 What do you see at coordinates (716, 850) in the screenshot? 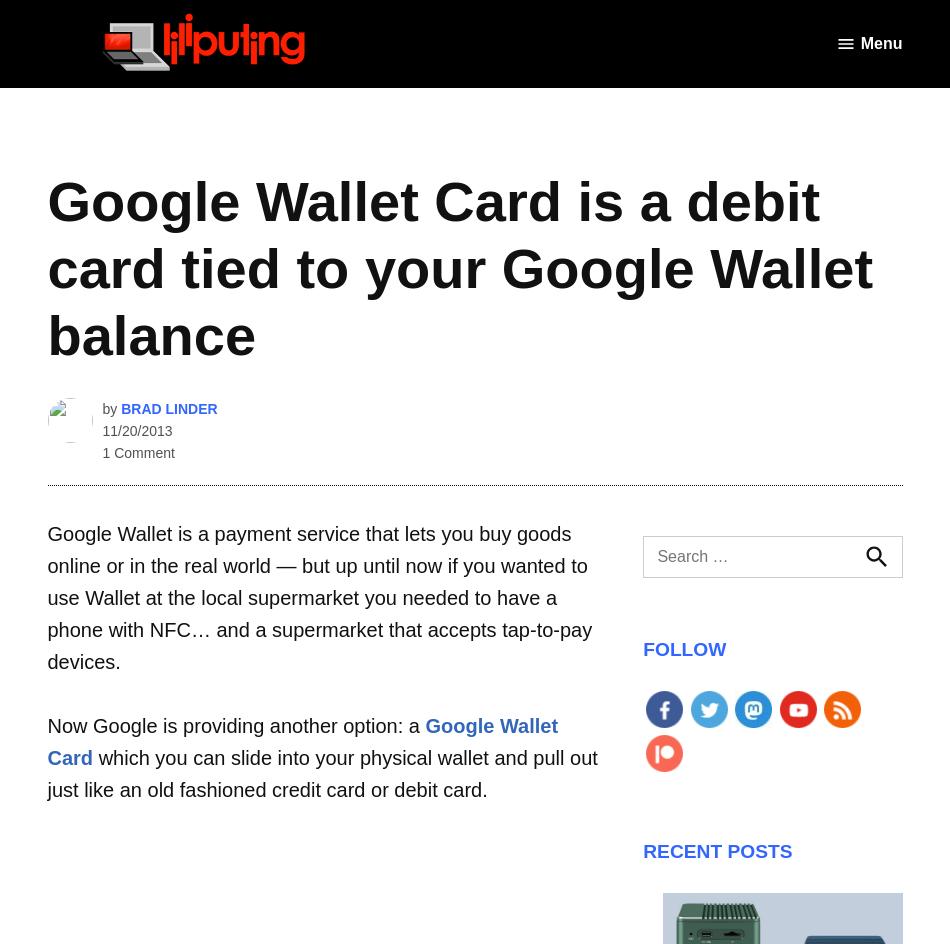
I see `'Recent Posts'` at bounding box center [716, 850].